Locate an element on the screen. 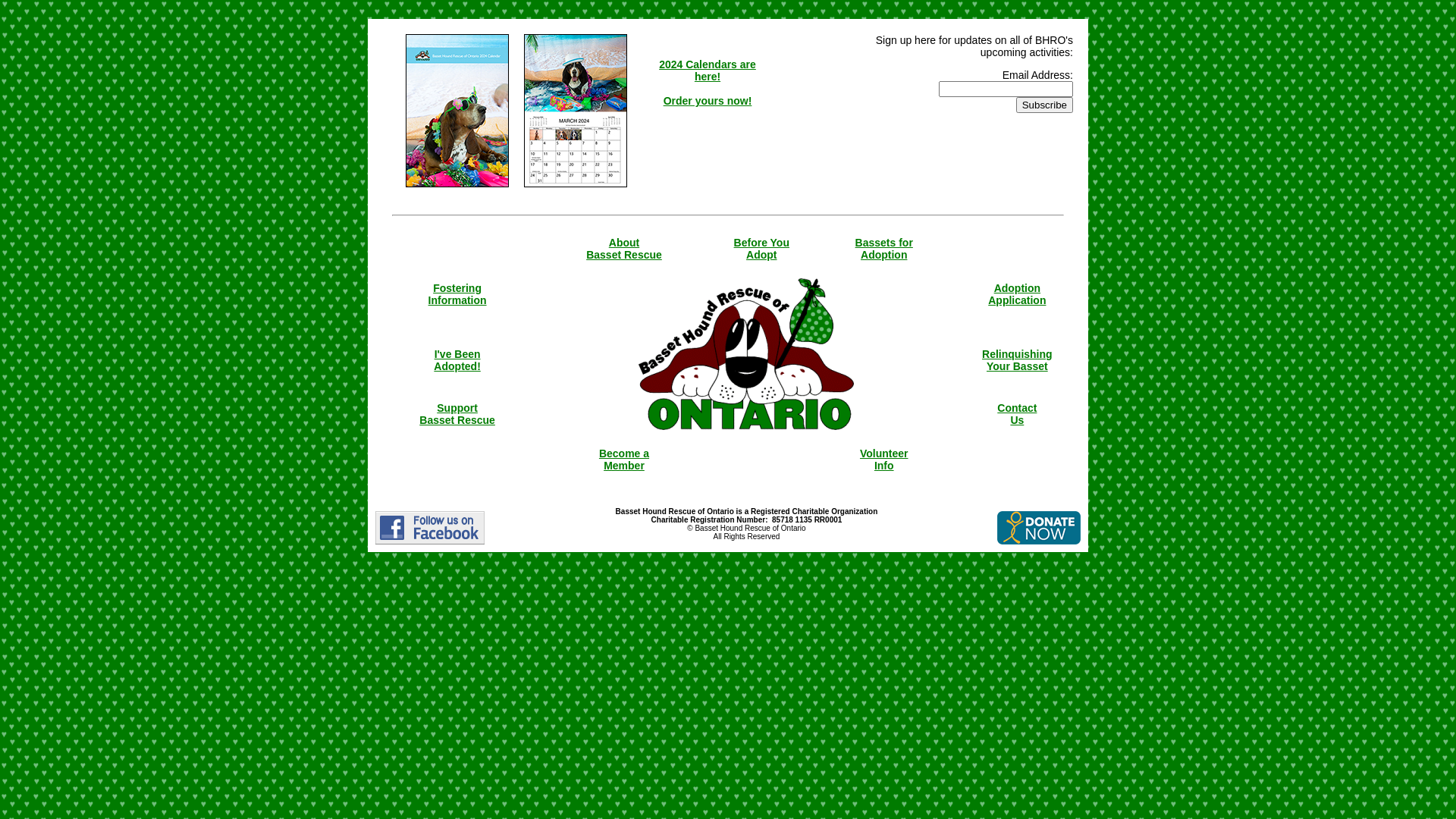  'Before You is located at coordinates (761, 247).